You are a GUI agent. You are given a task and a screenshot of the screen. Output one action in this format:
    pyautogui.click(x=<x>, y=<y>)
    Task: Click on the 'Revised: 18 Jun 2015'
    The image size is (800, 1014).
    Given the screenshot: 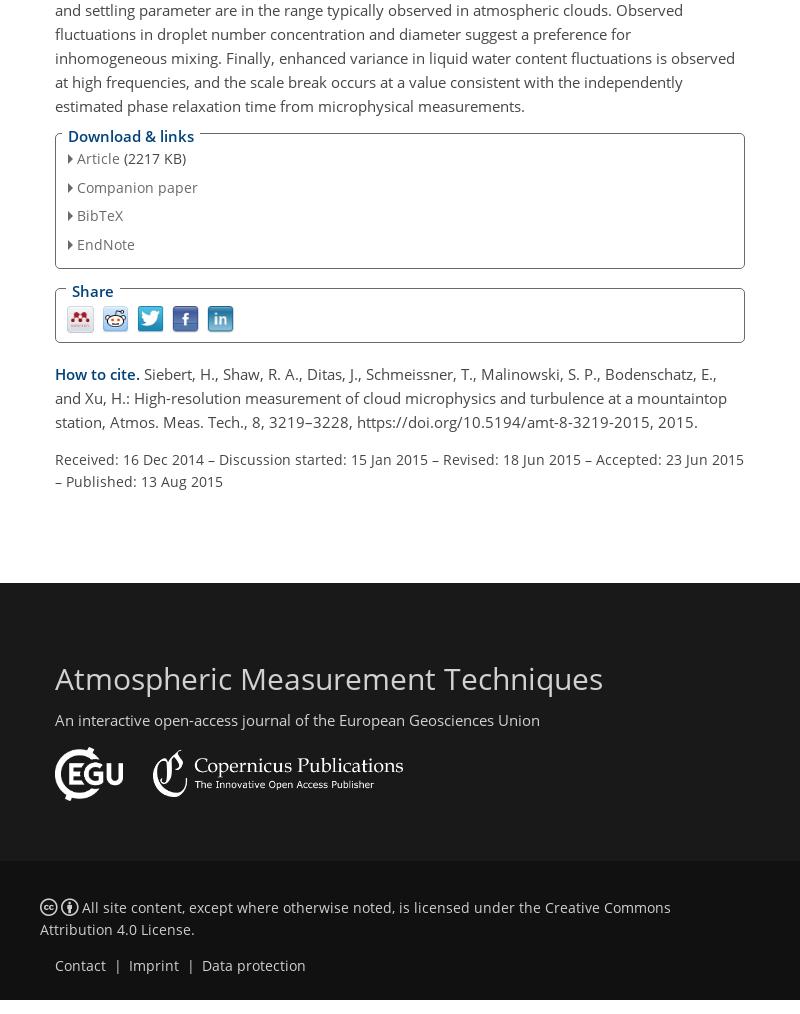 What is the action you would take?
    pyautogui.click(x=441, y=459)
    